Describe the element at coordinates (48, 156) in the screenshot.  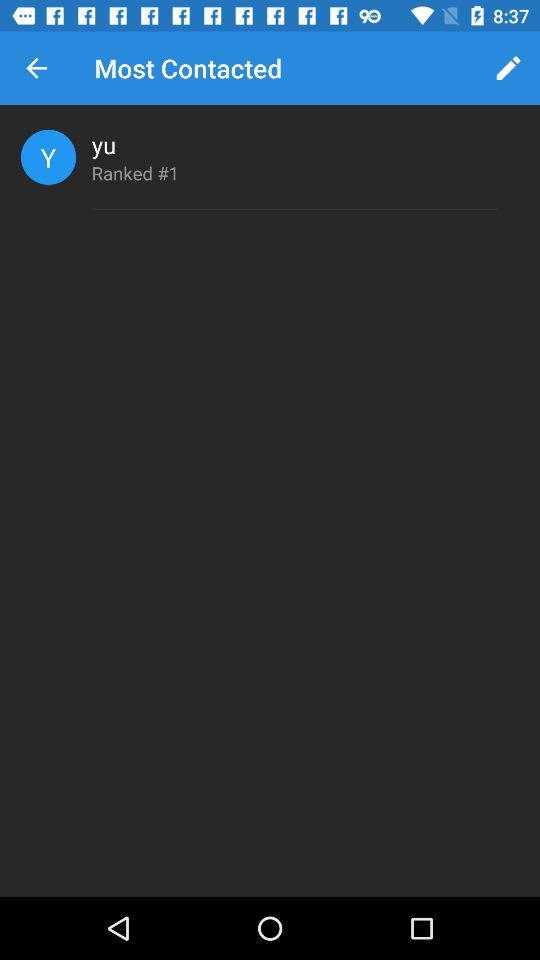
I see `the item next to yu icon` at that location.